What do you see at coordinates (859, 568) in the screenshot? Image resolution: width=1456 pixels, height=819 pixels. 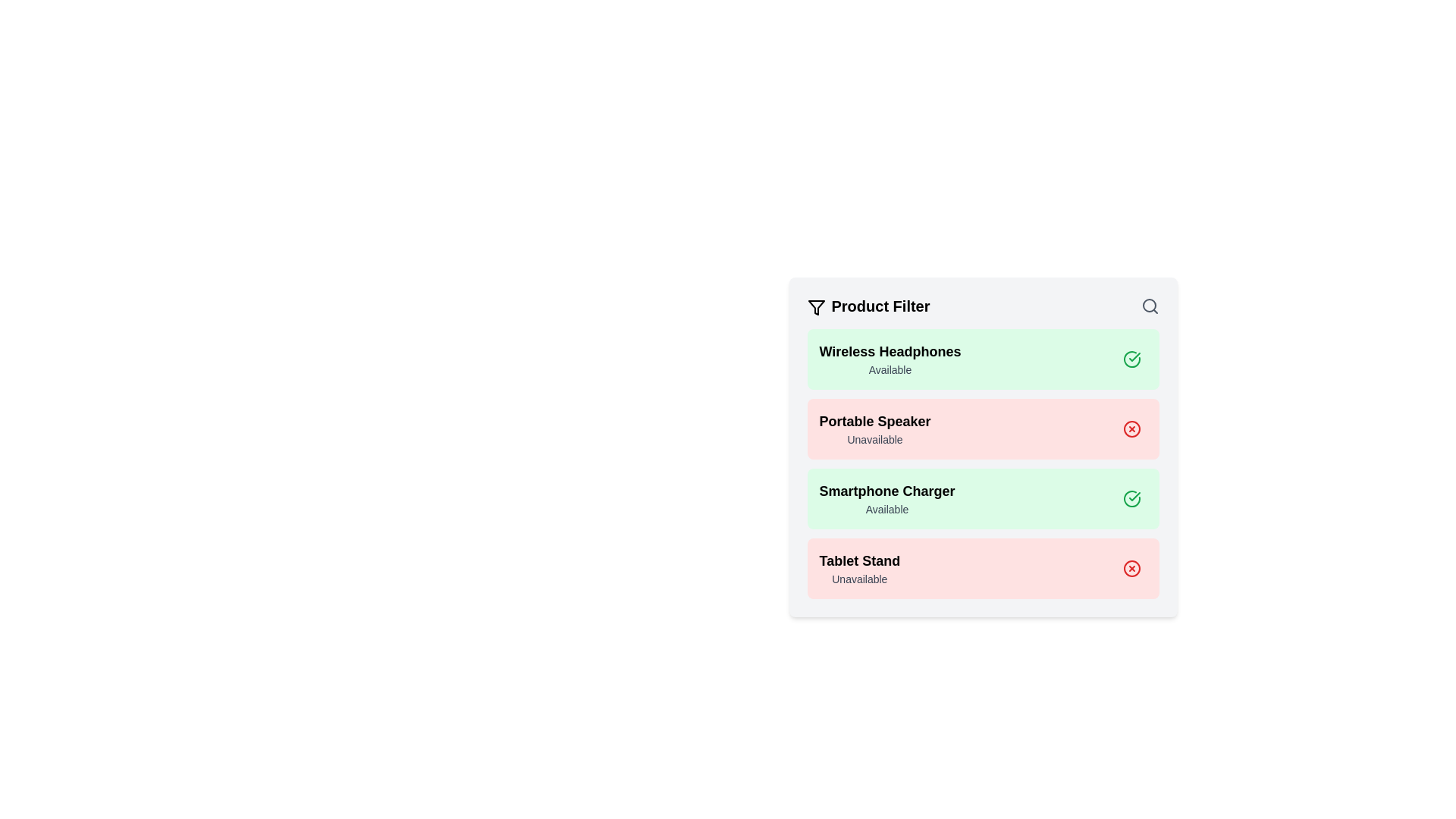 I see `the 'Tablet Stand' text component that displays 'Unavailable' below it, which is part of the last entry in the product cards list under the 'Product Filter' panel` at bounding box center [859, 568].